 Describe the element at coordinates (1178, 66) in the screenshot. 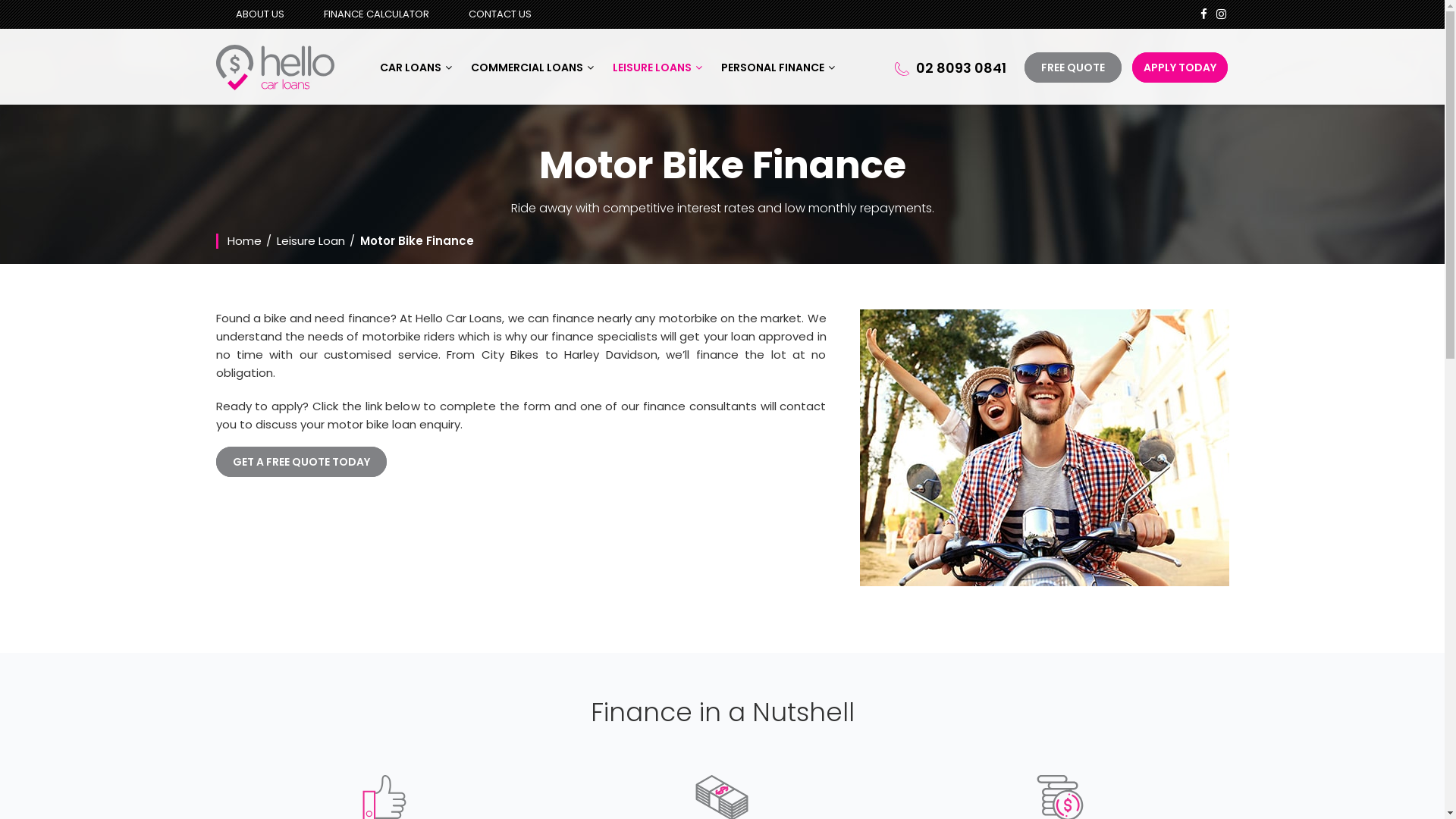

I see `'APPLY TODAY'` at that location.